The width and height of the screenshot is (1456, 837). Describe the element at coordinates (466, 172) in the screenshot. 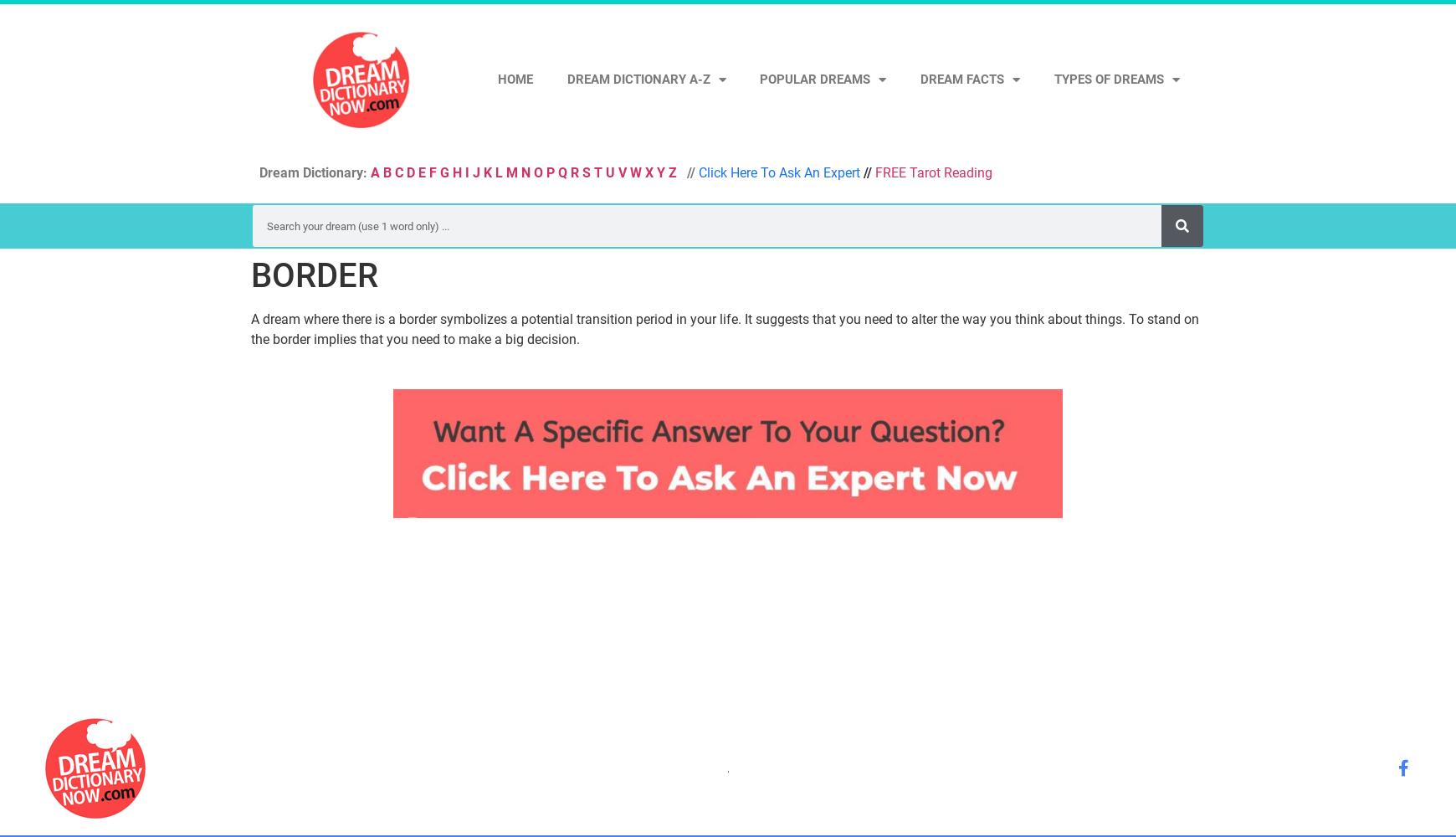

I see `'I'` at that location.